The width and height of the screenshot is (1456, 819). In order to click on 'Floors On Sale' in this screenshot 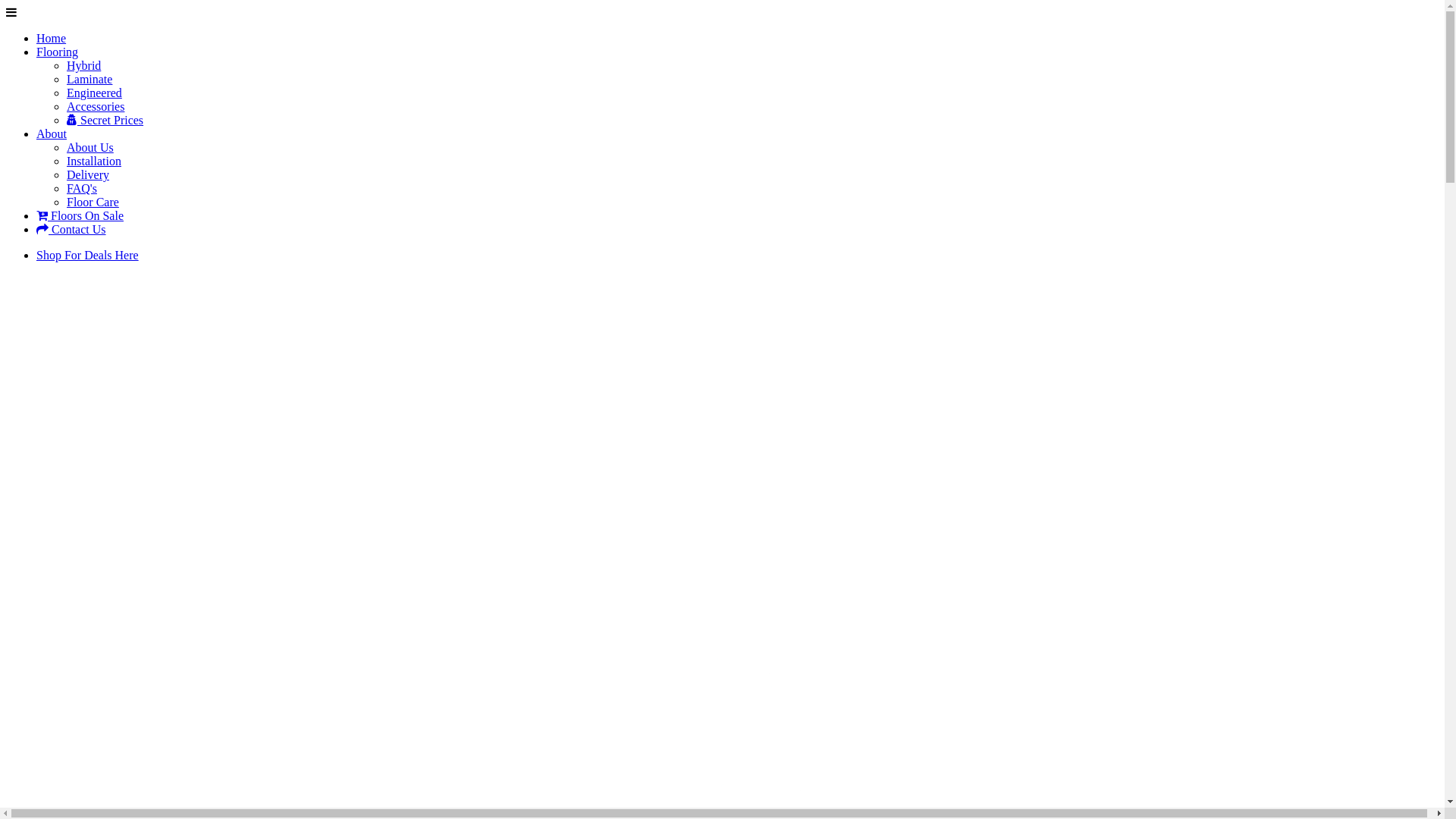, I will do `click(79, 215)`.